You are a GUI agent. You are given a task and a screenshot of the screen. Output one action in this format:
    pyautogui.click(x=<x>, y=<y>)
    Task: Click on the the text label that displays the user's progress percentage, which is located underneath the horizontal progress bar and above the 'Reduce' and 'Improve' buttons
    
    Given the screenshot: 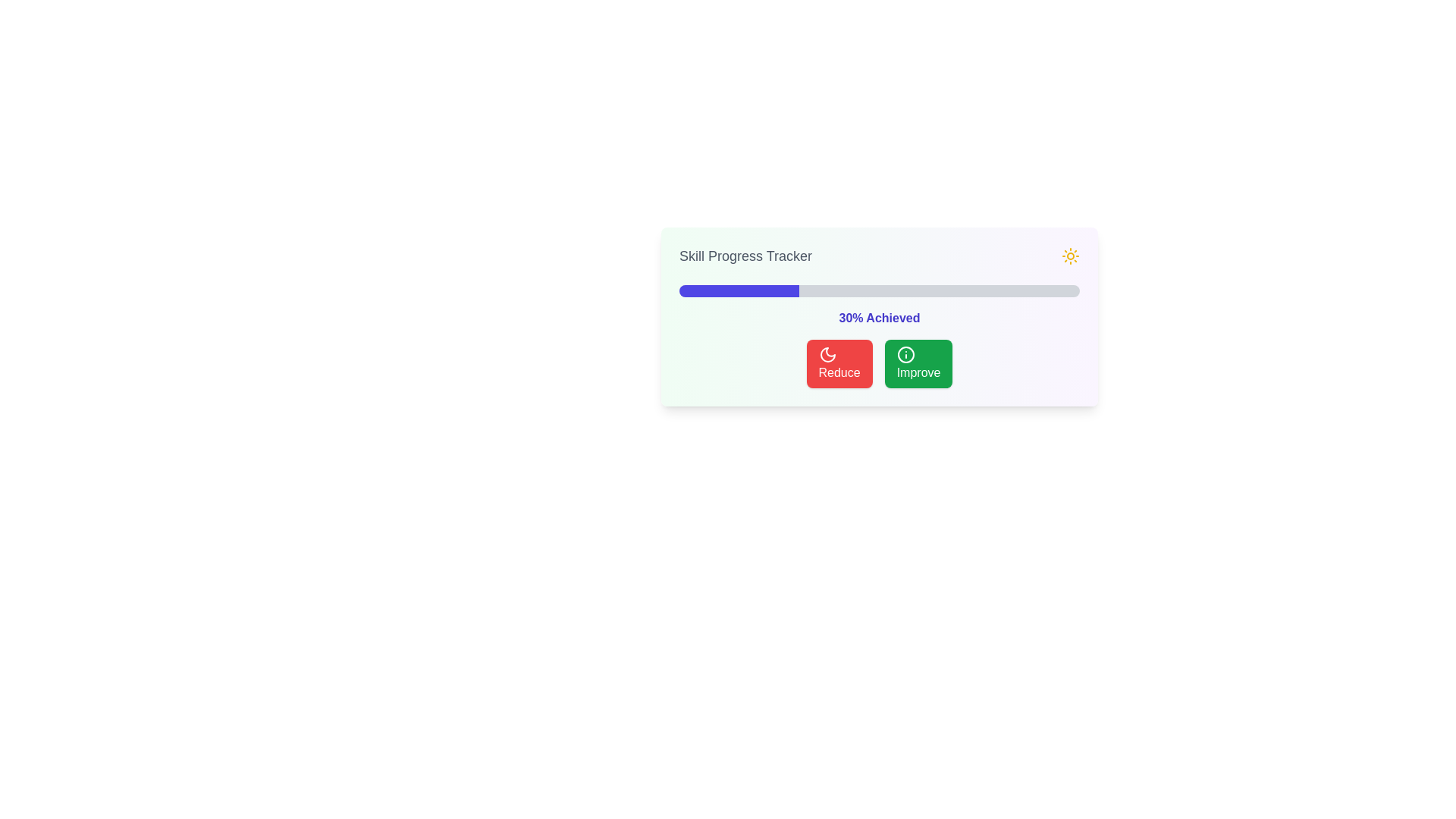 What is the action you would take?
    pyautogui.click(x=880, y=318)
    